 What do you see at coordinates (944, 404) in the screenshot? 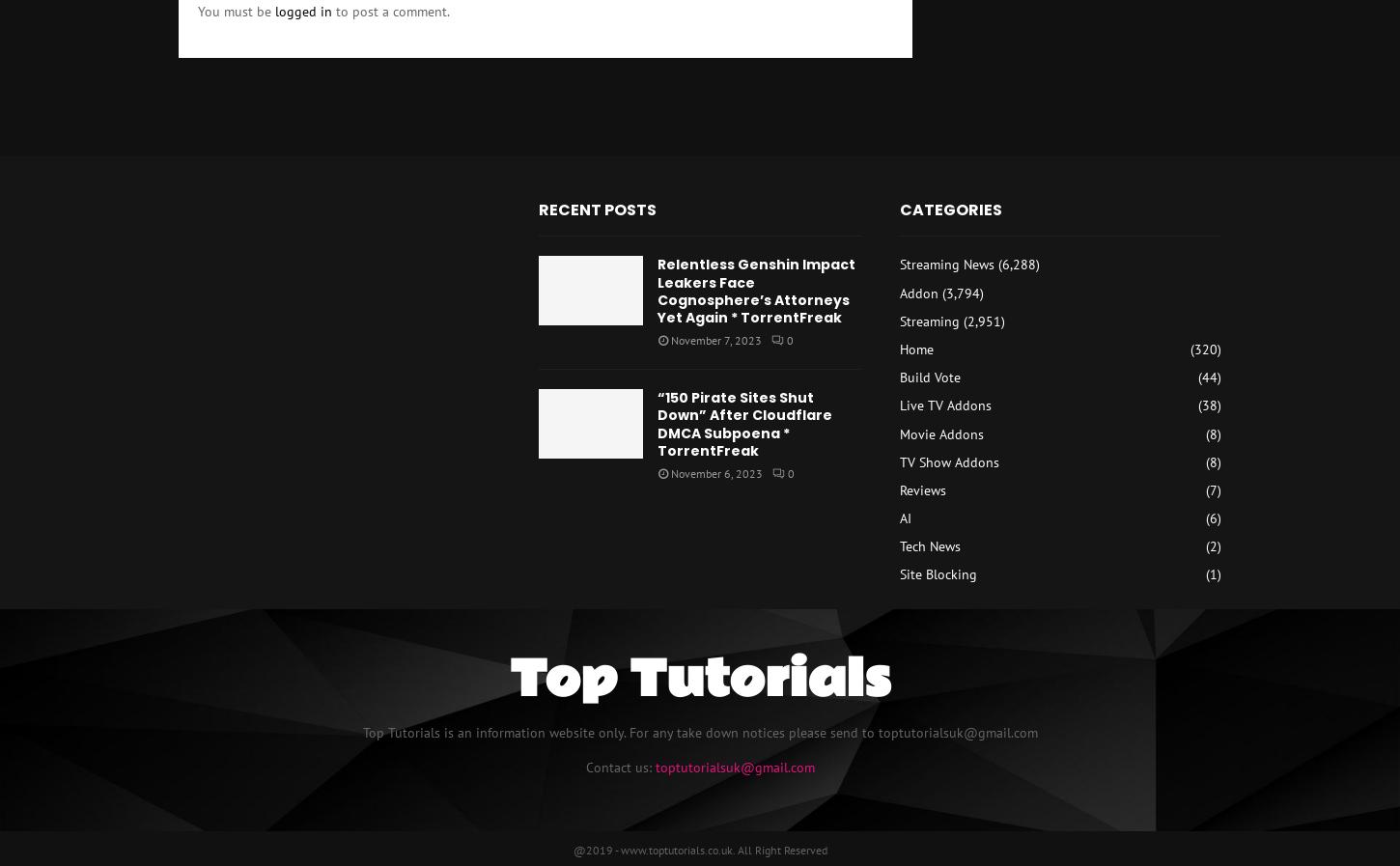
I see `'Live TV Addons'` at bounding box center [944, 404].